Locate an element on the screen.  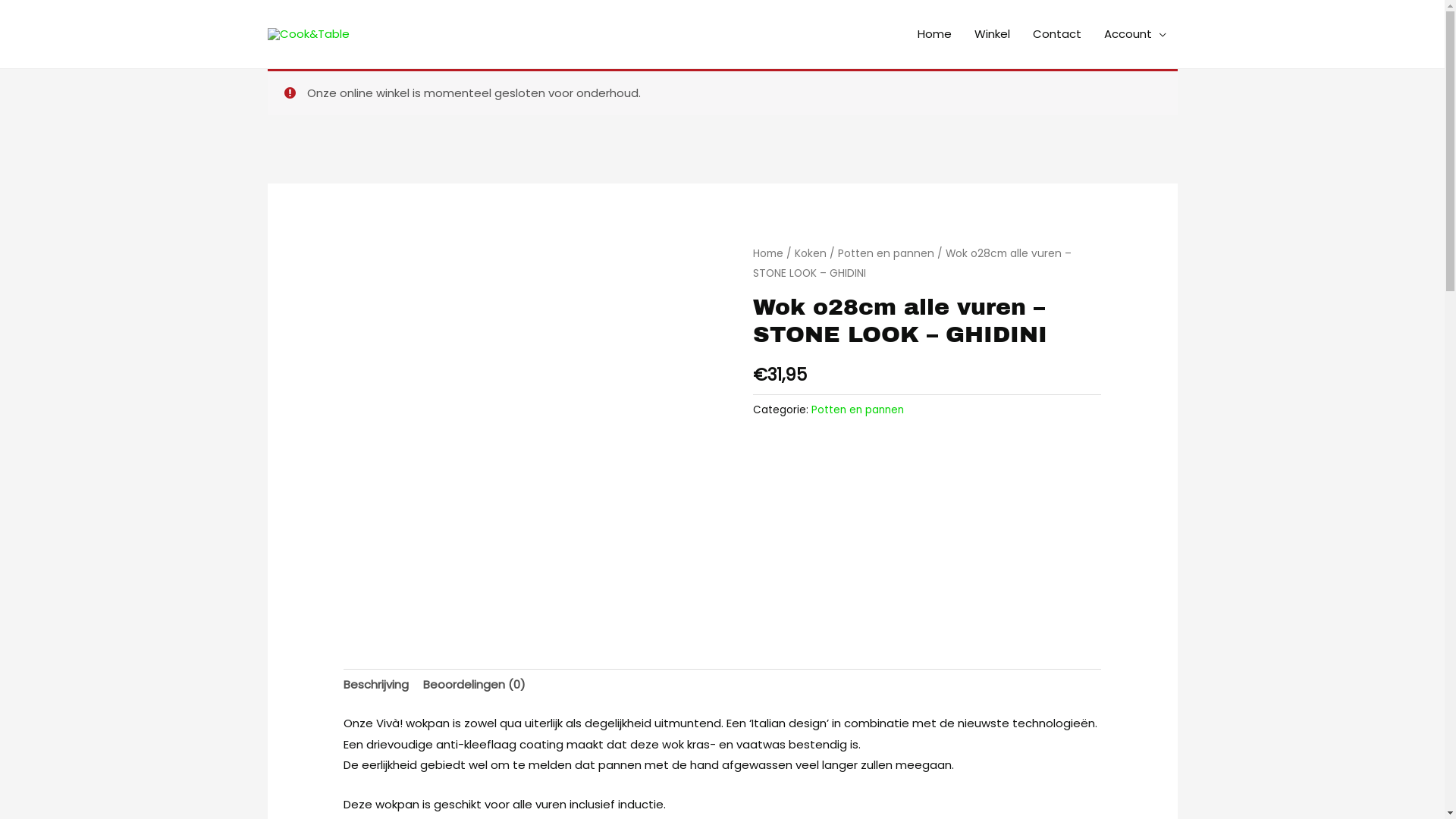
'Koken' is located at coordinates (810, 253).